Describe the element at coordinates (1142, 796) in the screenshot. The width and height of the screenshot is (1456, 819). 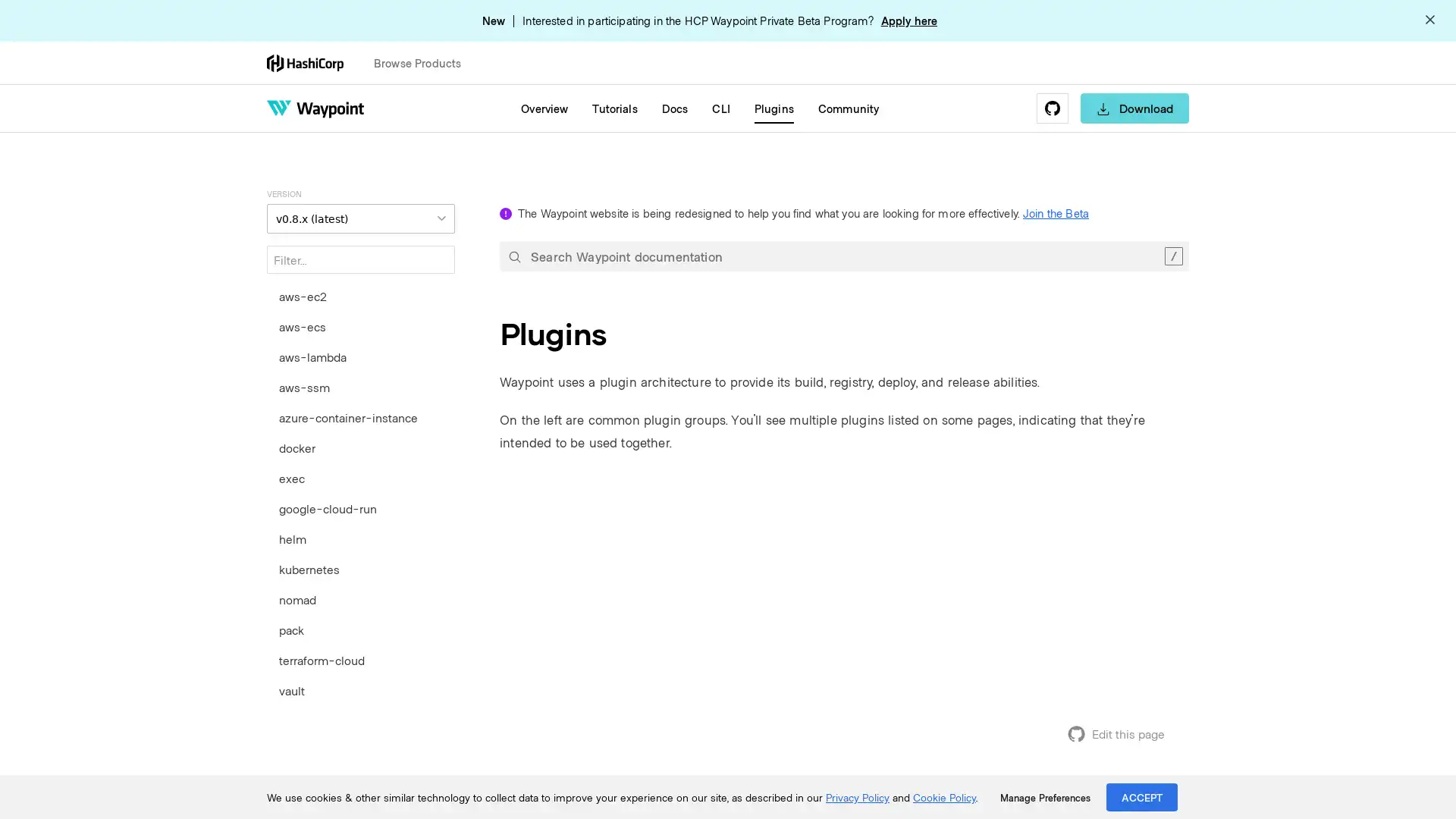
I see `ACCEPT` at that location.